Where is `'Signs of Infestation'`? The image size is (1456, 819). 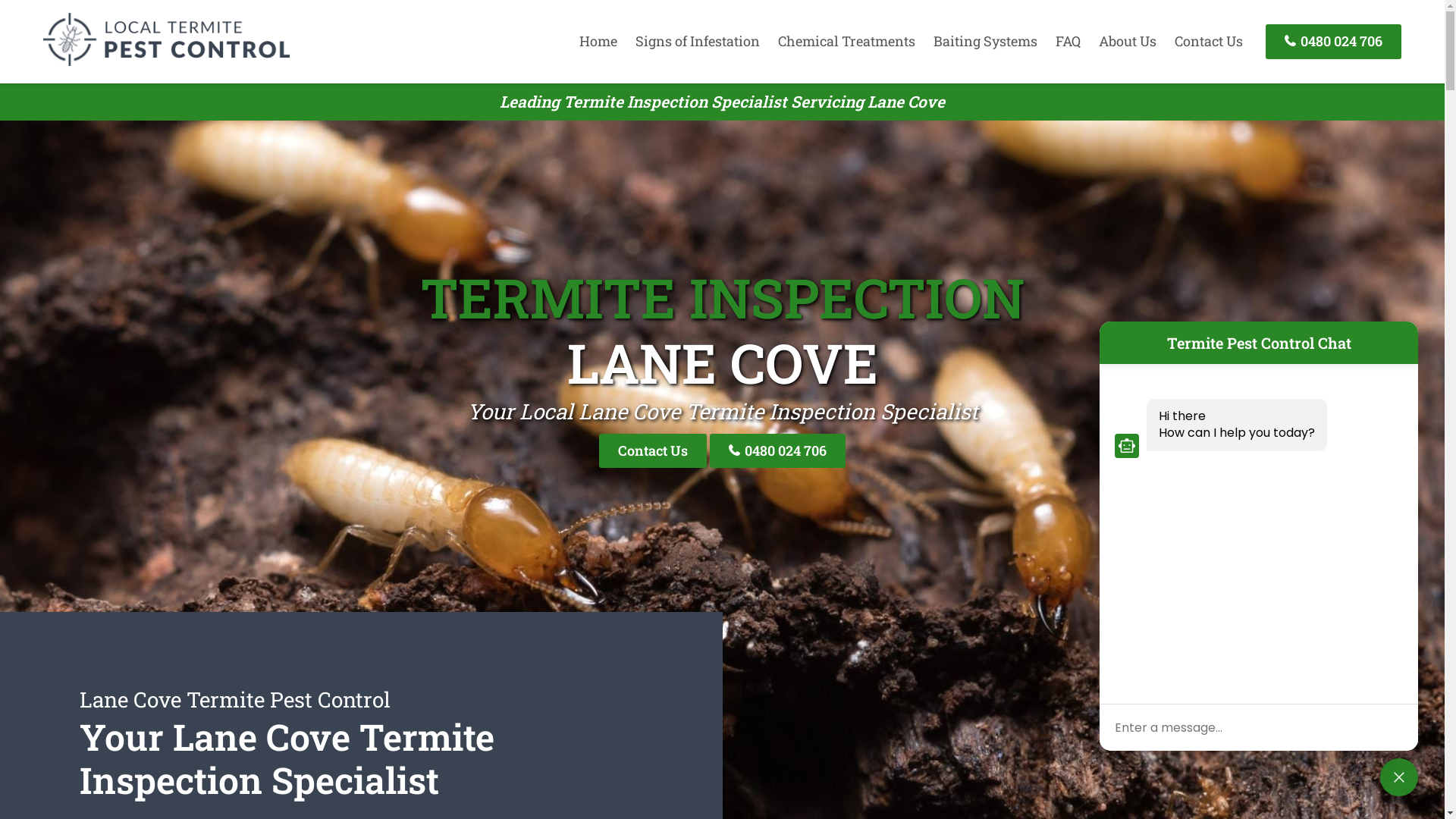 'Signs of Infestation' is located at coordinates (697, 40).